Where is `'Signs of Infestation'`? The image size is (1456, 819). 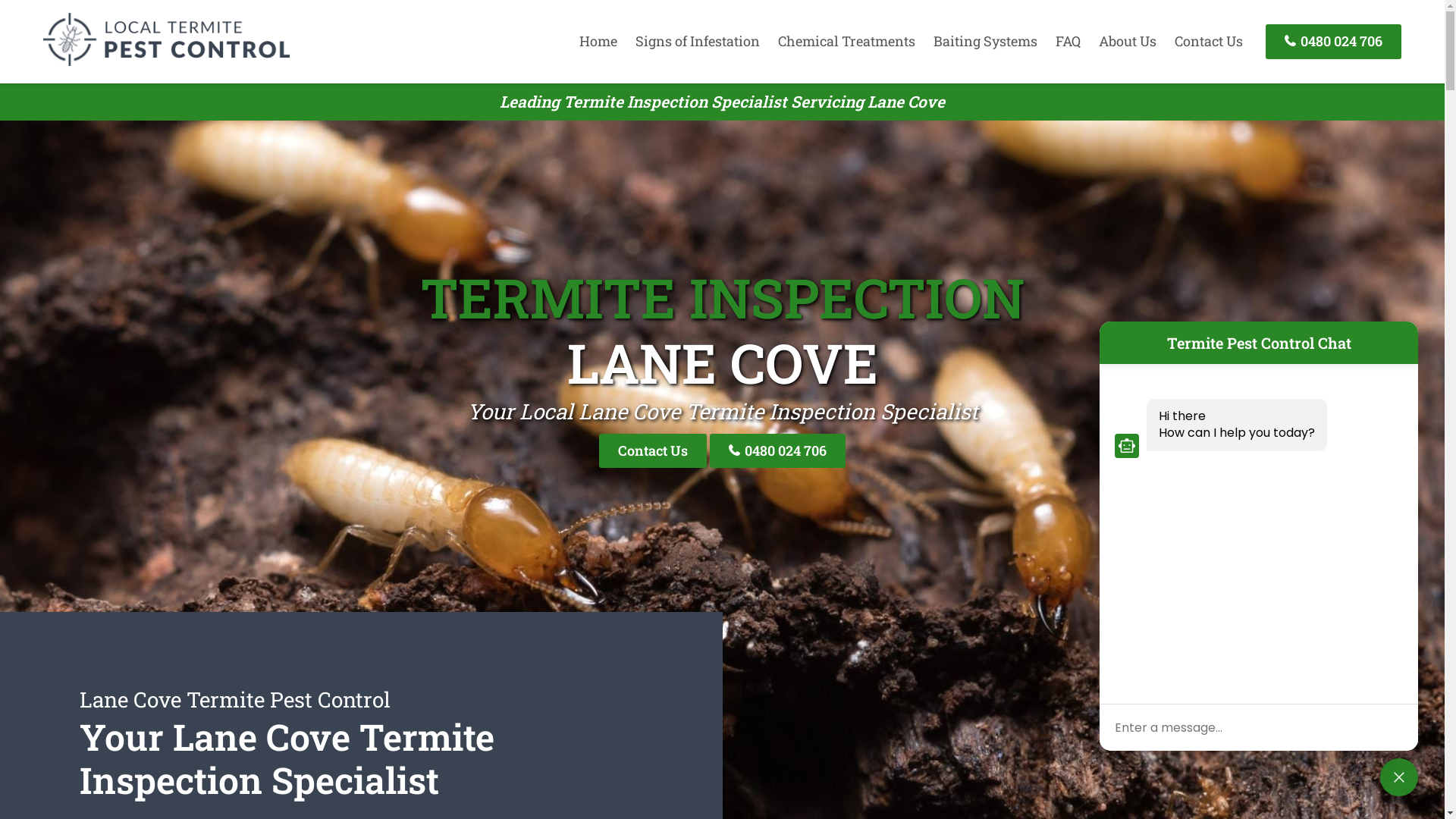 'Signs of Infestation' is located at coordinates (697, 40).